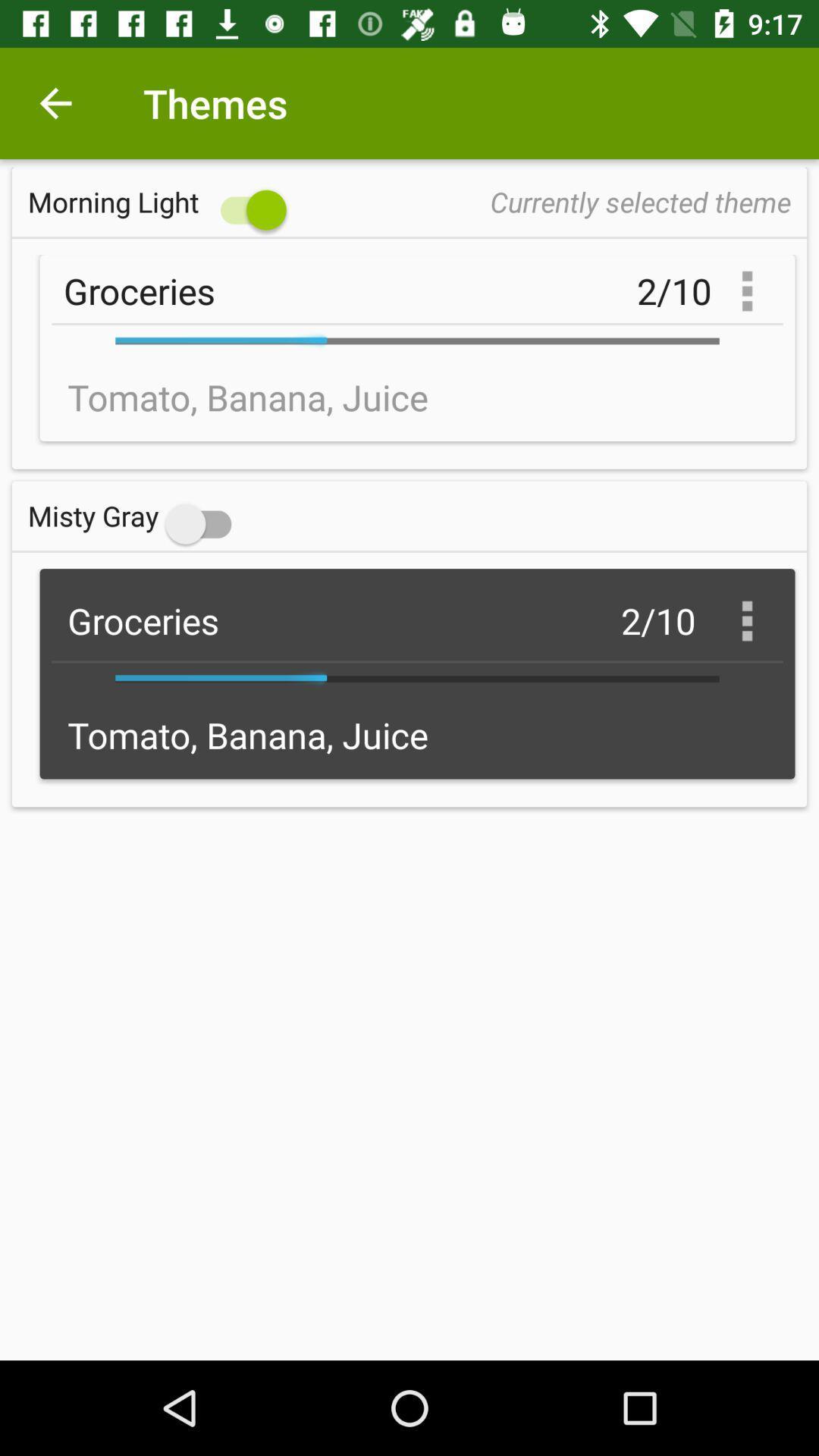 The image size is (819, 1456). I want to click on the icon three dot, so click(746, 621).